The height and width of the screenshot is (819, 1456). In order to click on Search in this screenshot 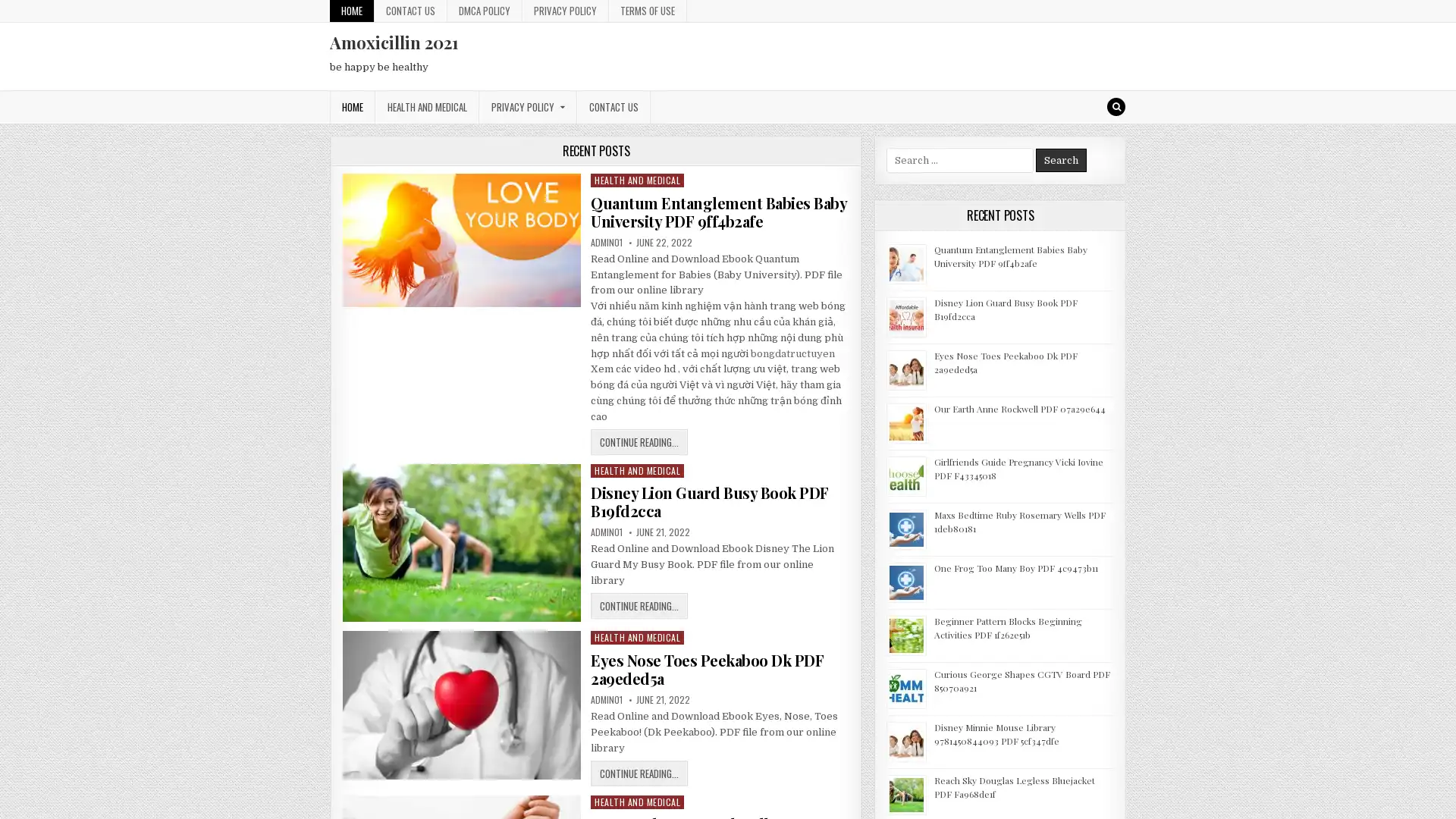, I will do `click(1060, 160)`.